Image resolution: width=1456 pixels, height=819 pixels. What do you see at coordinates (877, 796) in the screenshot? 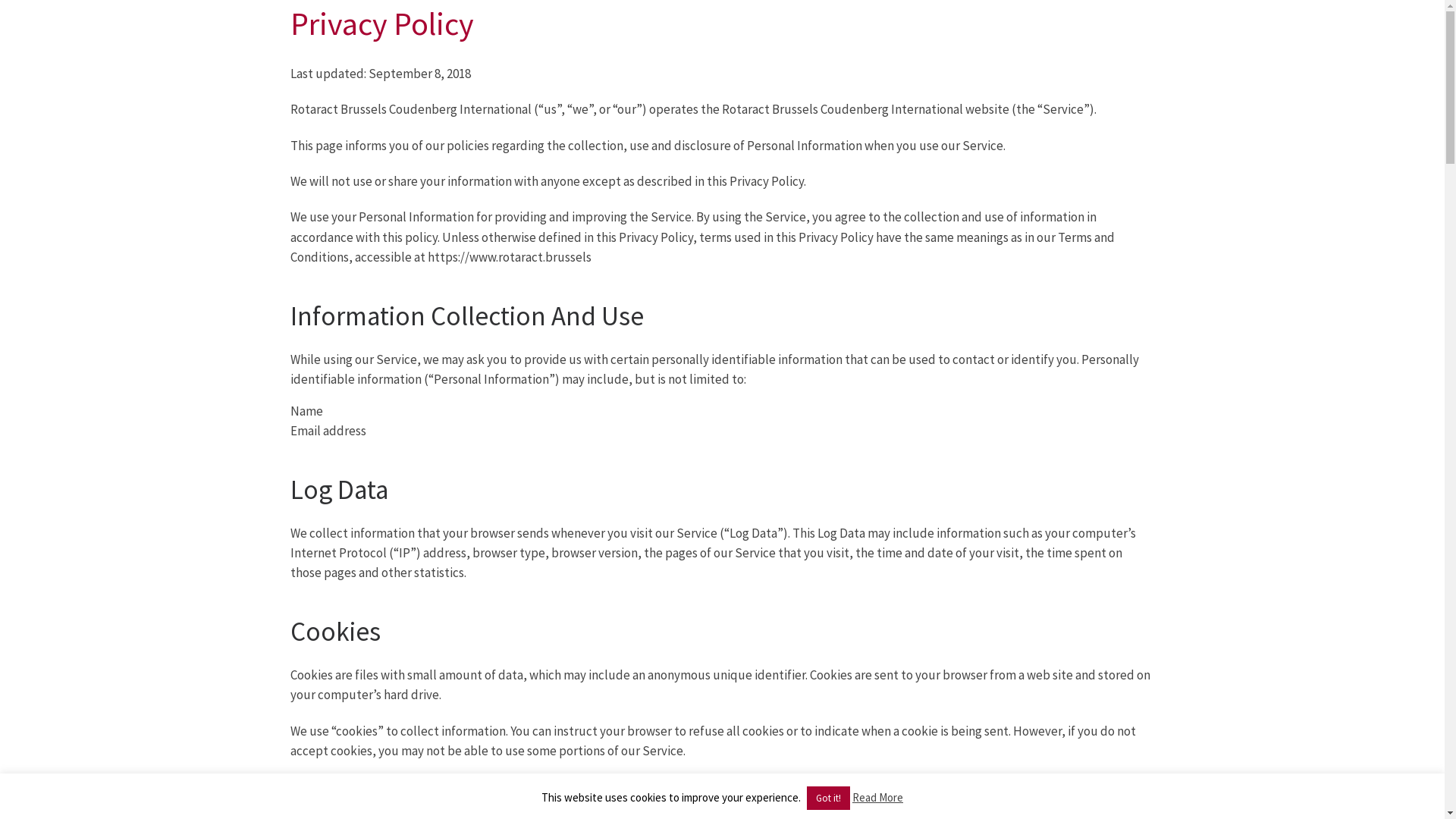
I see `'Read More'` at bounding box center [877, 796].